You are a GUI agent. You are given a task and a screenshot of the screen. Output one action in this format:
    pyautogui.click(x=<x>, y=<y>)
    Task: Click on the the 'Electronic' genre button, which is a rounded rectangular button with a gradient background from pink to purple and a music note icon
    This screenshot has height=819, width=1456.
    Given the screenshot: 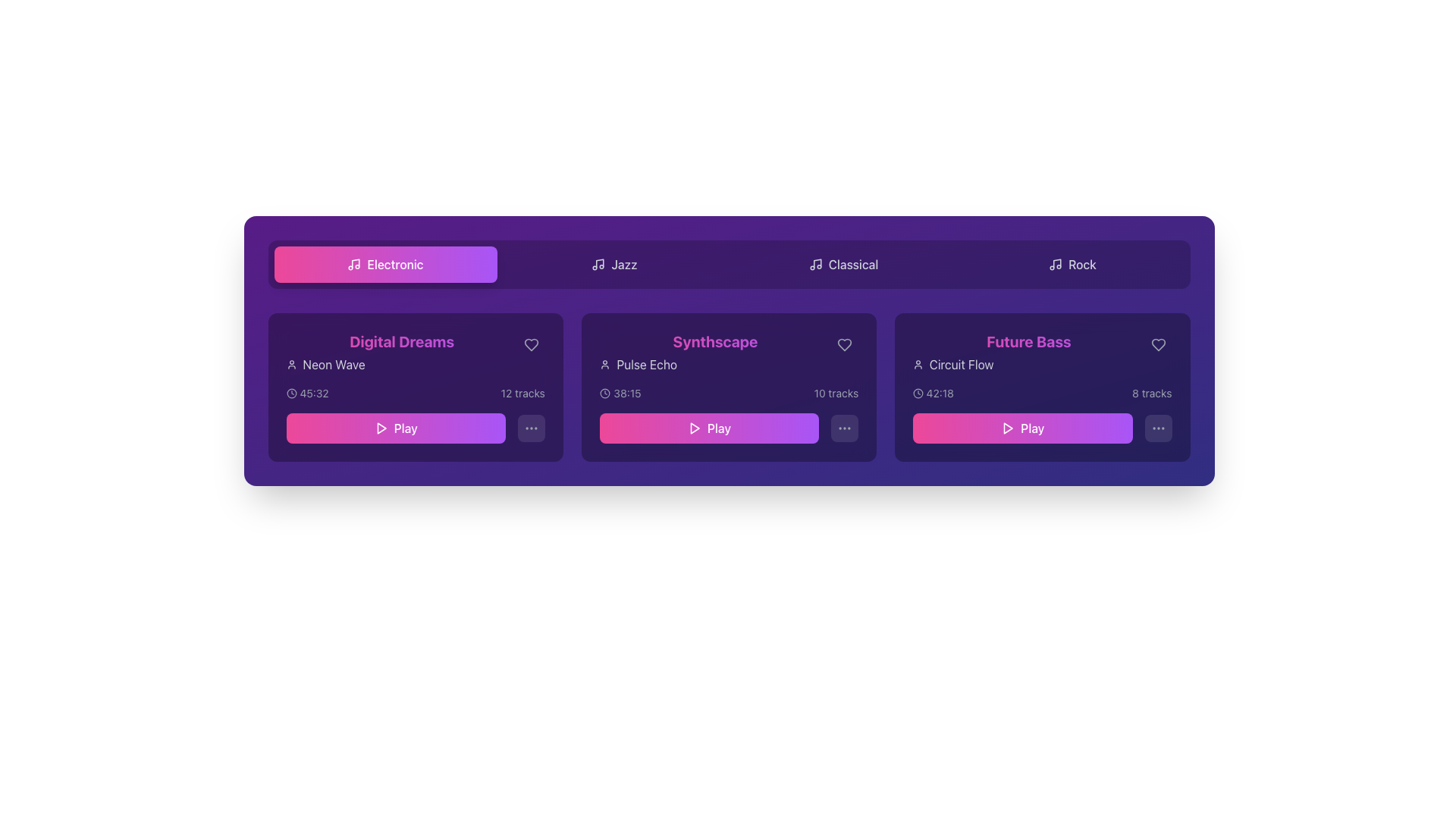 What is the action you would take?
    pyautogui.click(x=385, y=263)
    